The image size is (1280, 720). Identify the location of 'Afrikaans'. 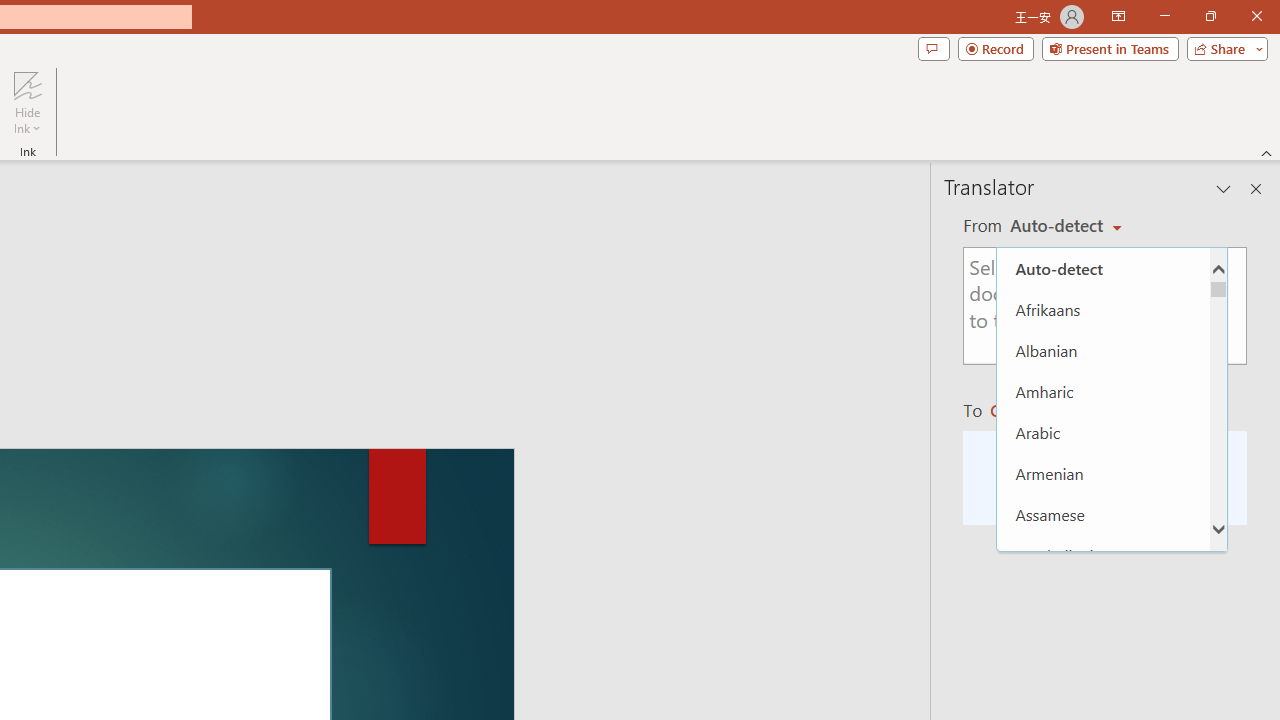
(1102, 309).